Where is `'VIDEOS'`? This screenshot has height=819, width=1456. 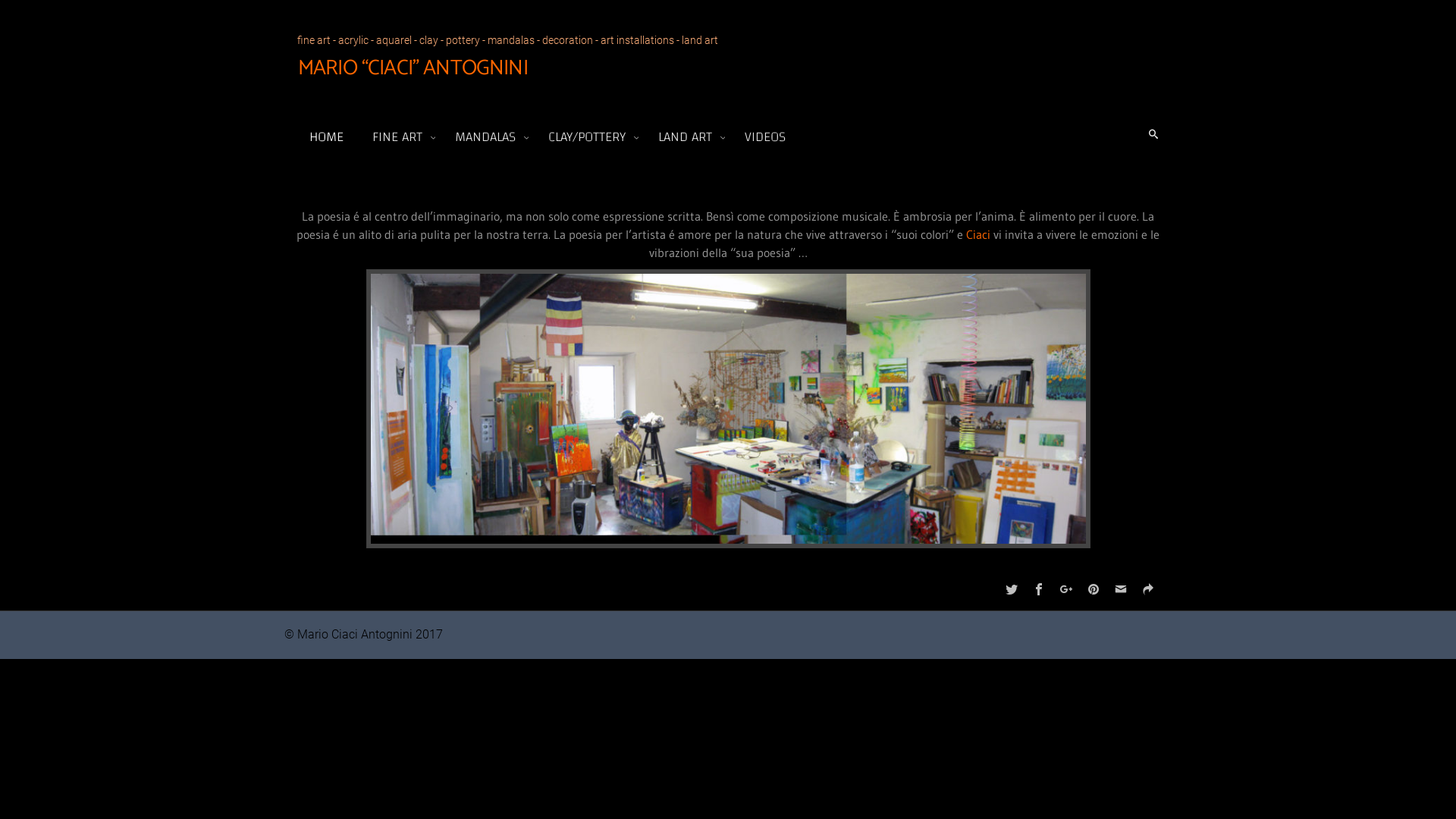 'VIDEOS' is located at coordinates (736, 136).